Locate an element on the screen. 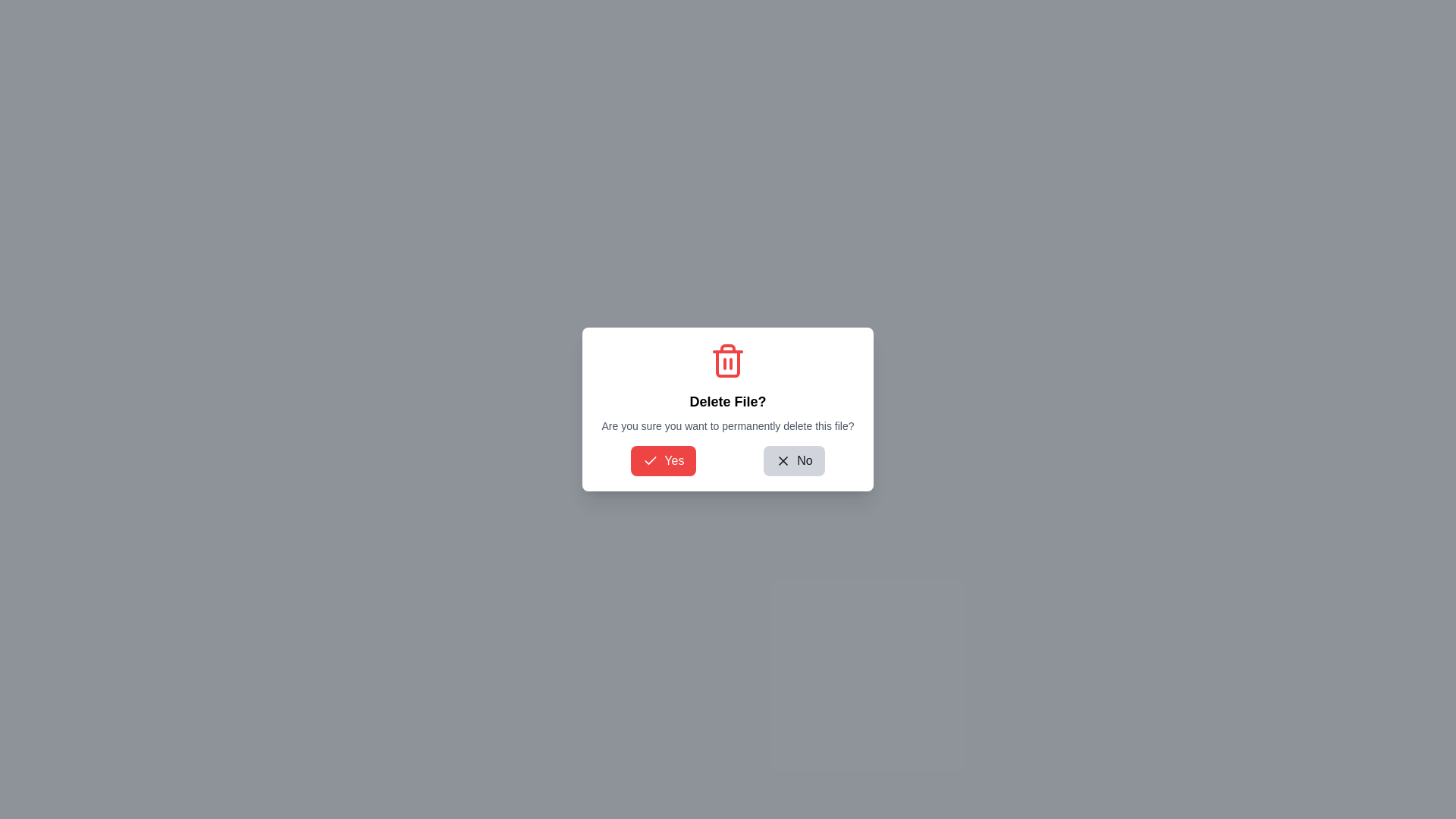 The height and width of the screenshot is (819, 1456). the checkmark icon with a red background that is positioned to the left of the 'Yes' button in the lower left of the dialog box is located at coordinates (651, 460).